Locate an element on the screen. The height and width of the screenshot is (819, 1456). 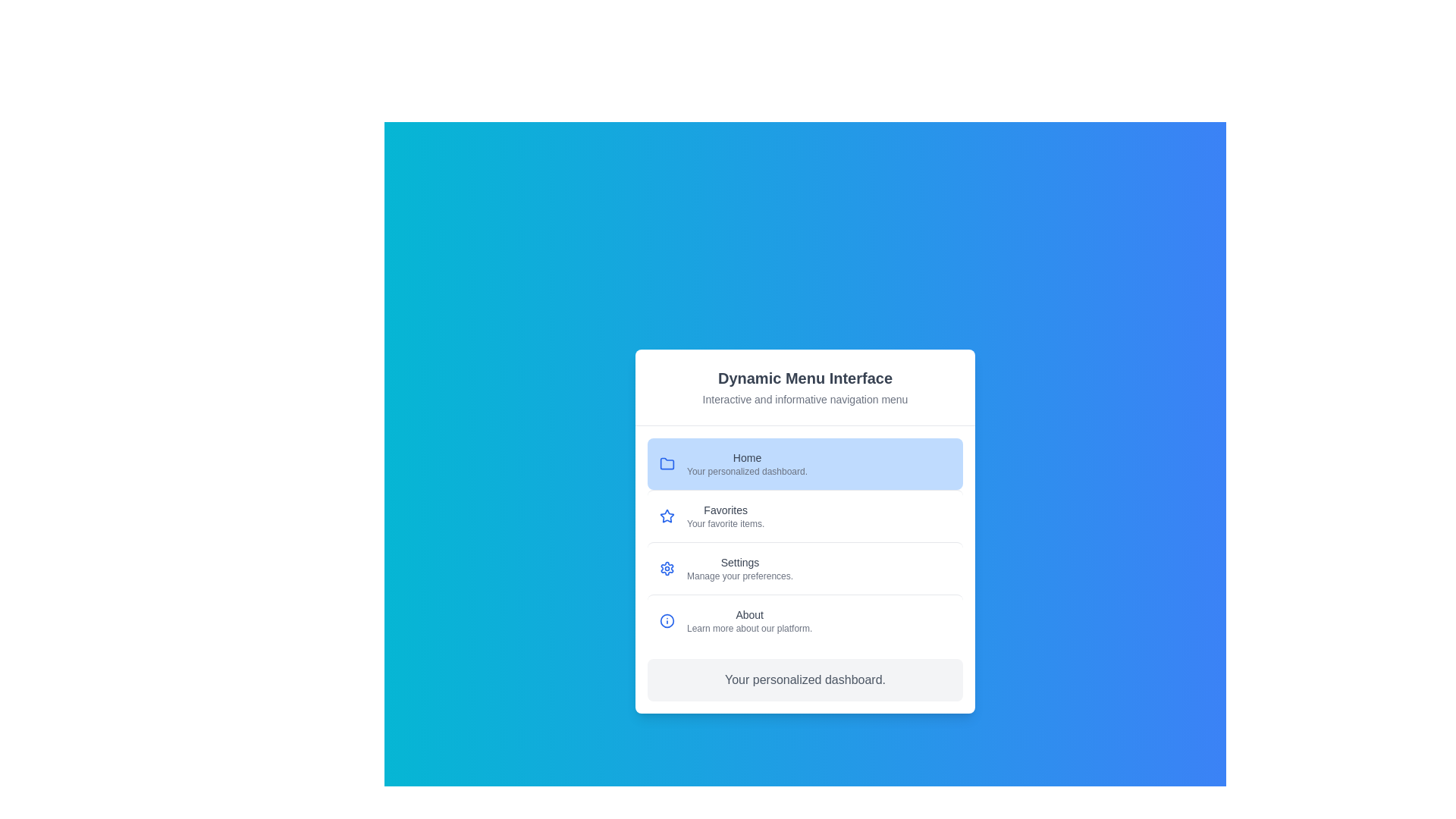
the menu item labeled About is located at coordinates (804, 620).